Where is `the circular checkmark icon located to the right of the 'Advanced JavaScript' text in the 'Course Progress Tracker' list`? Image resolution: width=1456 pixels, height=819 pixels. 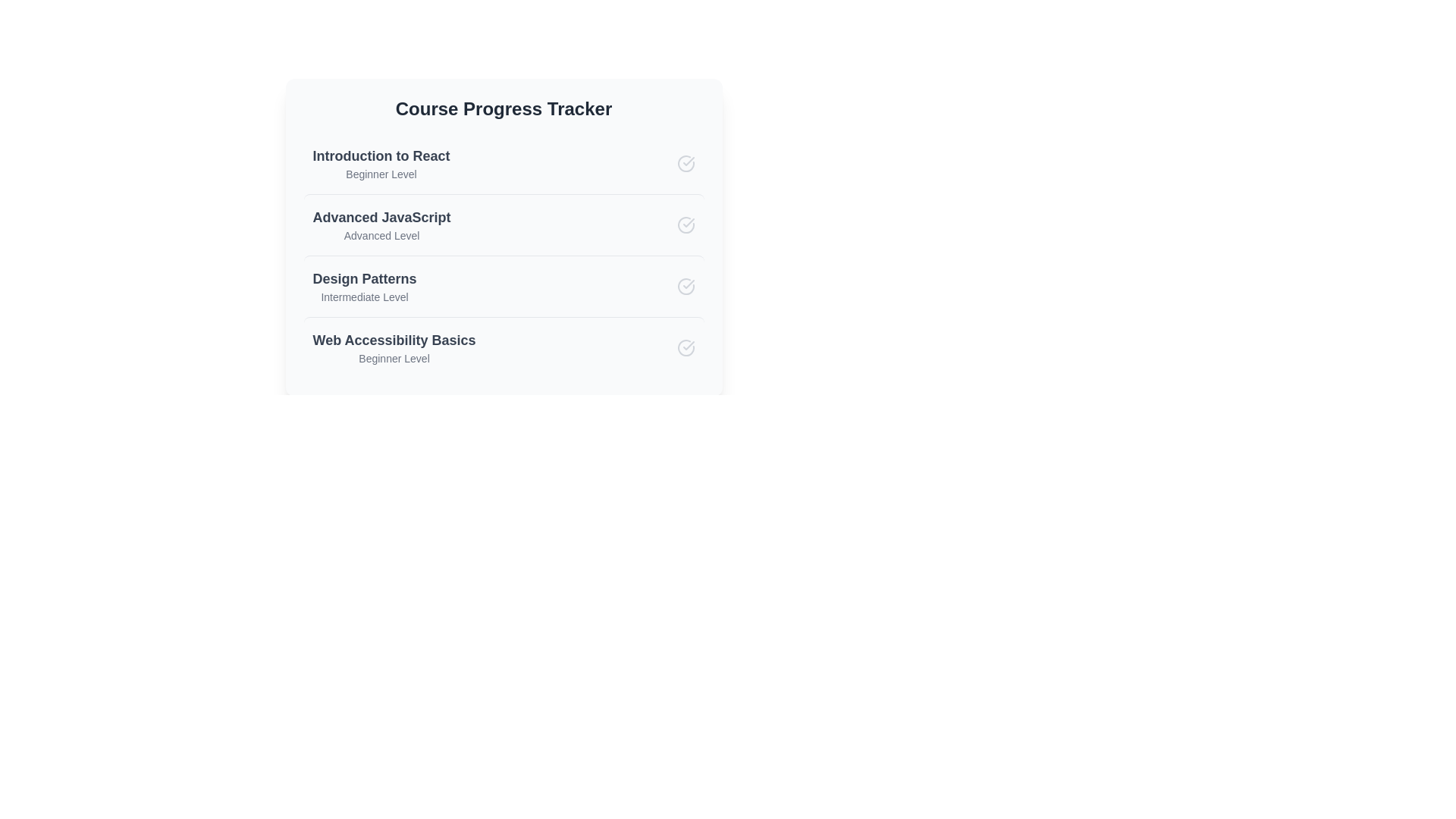
the circular checkmark icon located to the right of the 'Advanced JavaScript' text in the 'Course Progress Tracker' list is located at coordinates (685, 225).